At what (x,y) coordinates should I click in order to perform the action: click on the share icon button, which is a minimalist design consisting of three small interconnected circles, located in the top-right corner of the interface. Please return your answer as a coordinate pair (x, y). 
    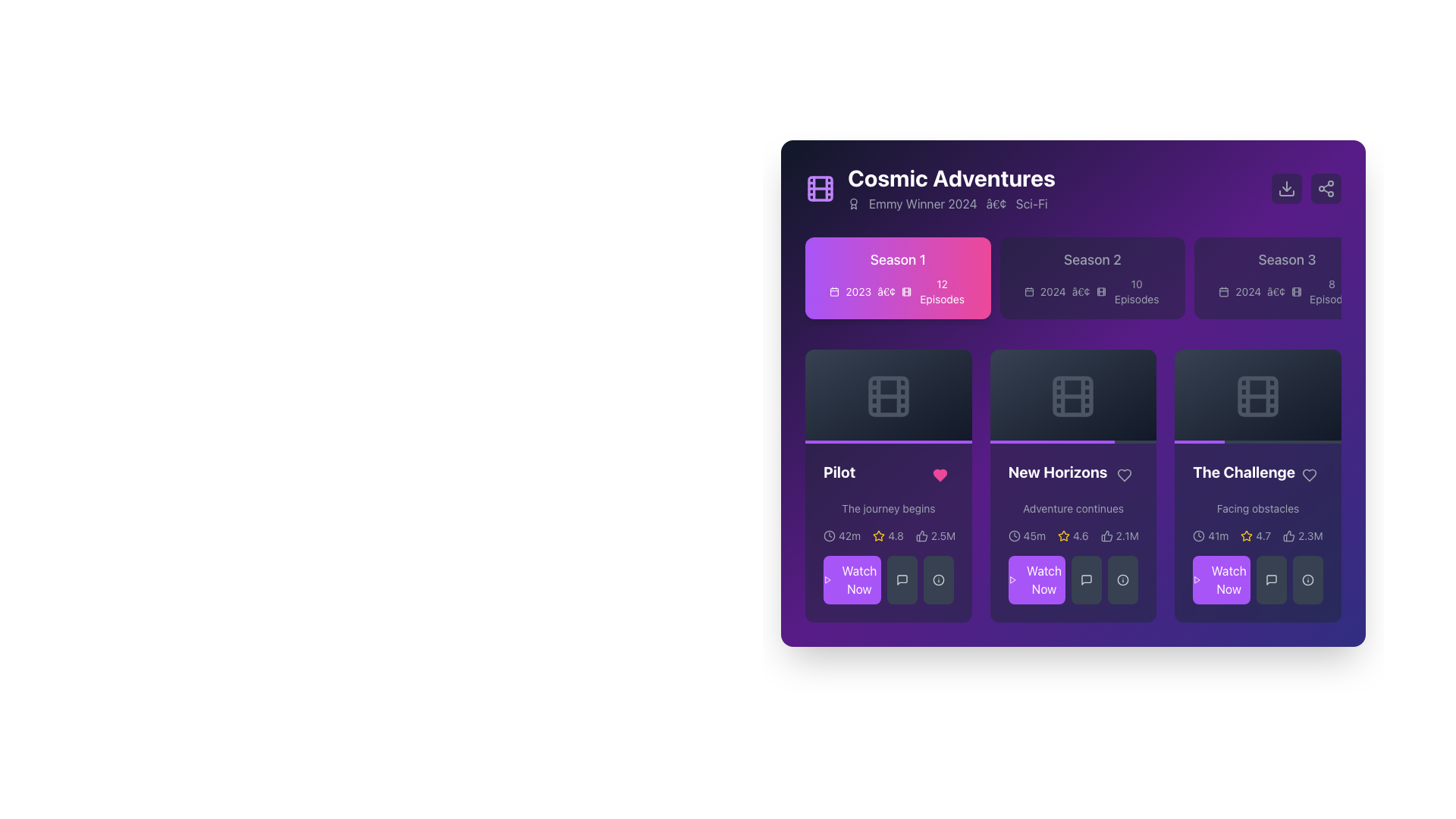
    Looking at the image, I should click on (1325, 188).